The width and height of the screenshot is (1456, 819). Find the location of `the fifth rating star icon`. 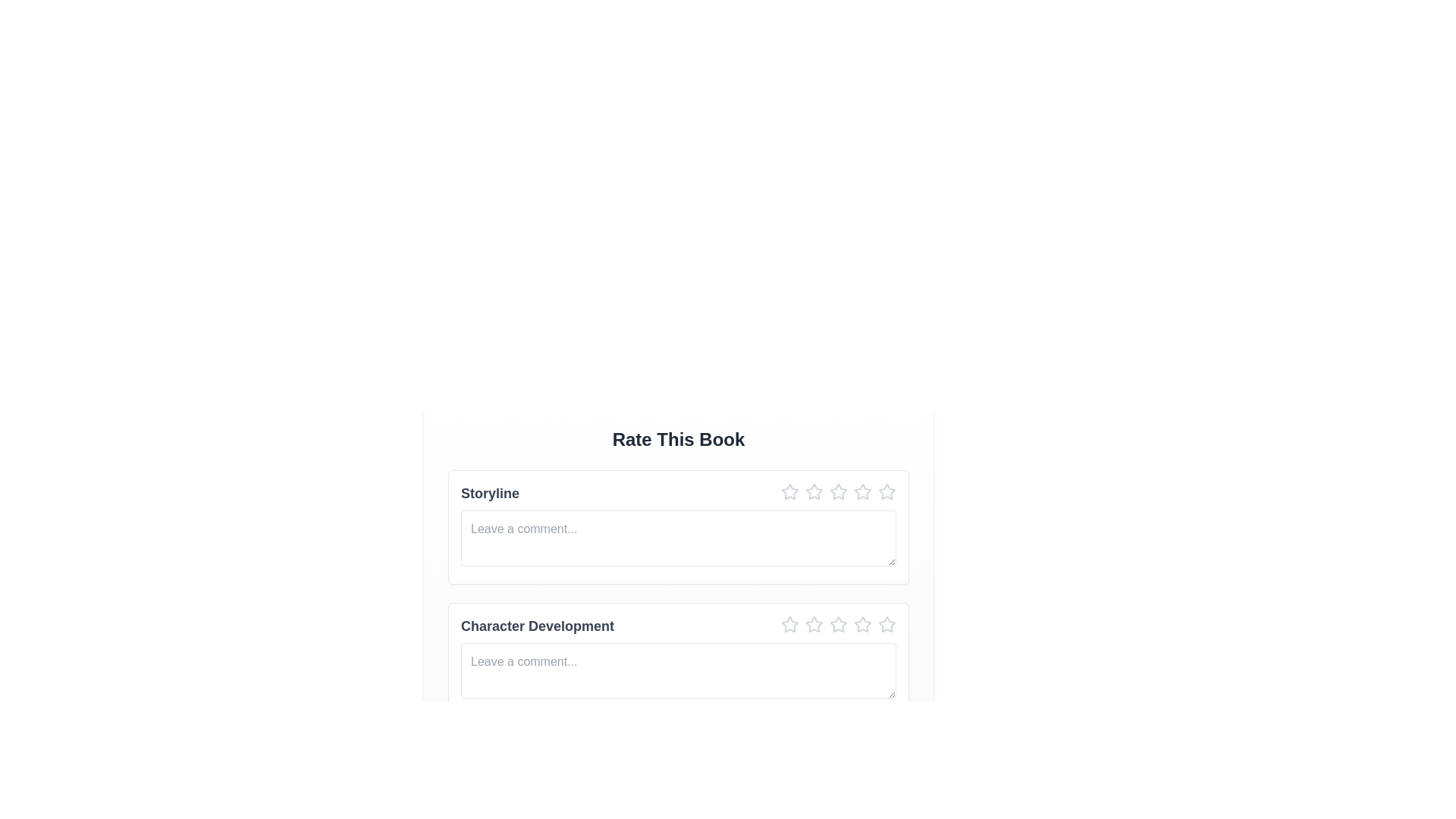

the fifth rating star icon is located at coordinates (862, 624).